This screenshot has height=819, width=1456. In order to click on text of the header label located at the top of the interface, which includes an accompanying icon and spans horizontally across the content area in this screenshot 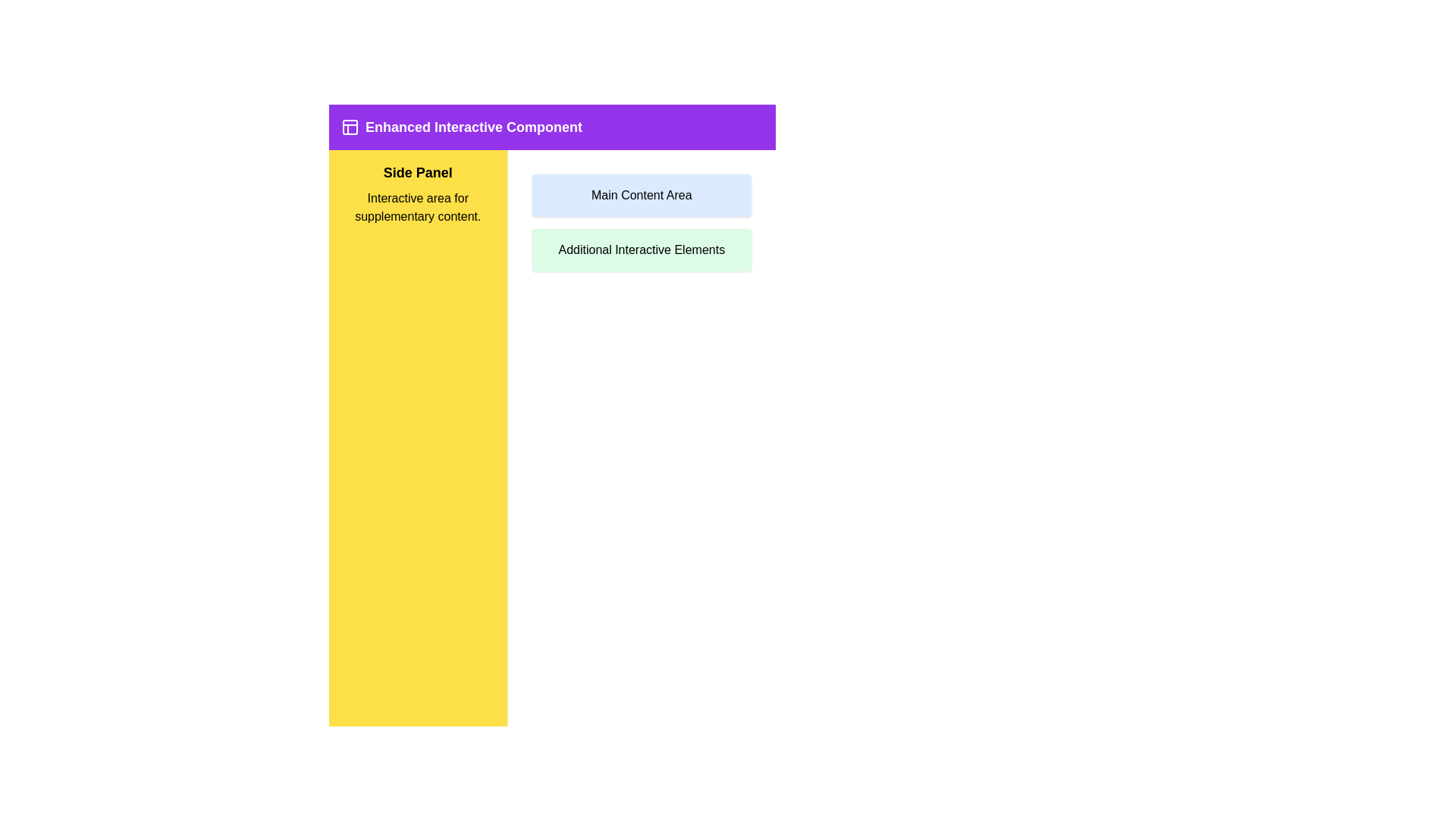, I will do `click(551, 127)`.